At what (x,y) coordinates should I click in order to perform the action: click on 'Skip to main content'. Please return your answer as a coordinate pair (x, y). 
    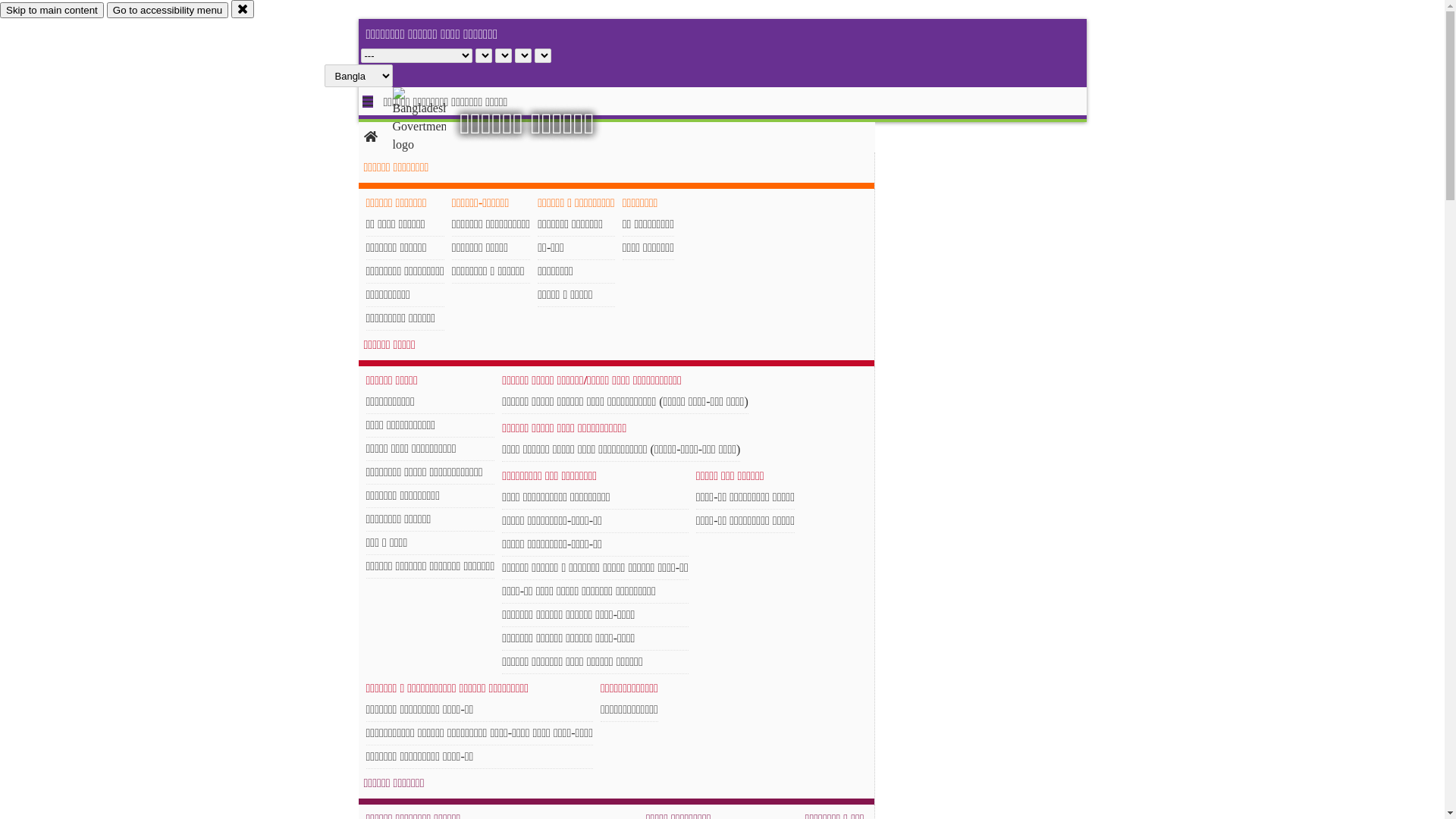
    Looking at the image, I should click on (52, 10).